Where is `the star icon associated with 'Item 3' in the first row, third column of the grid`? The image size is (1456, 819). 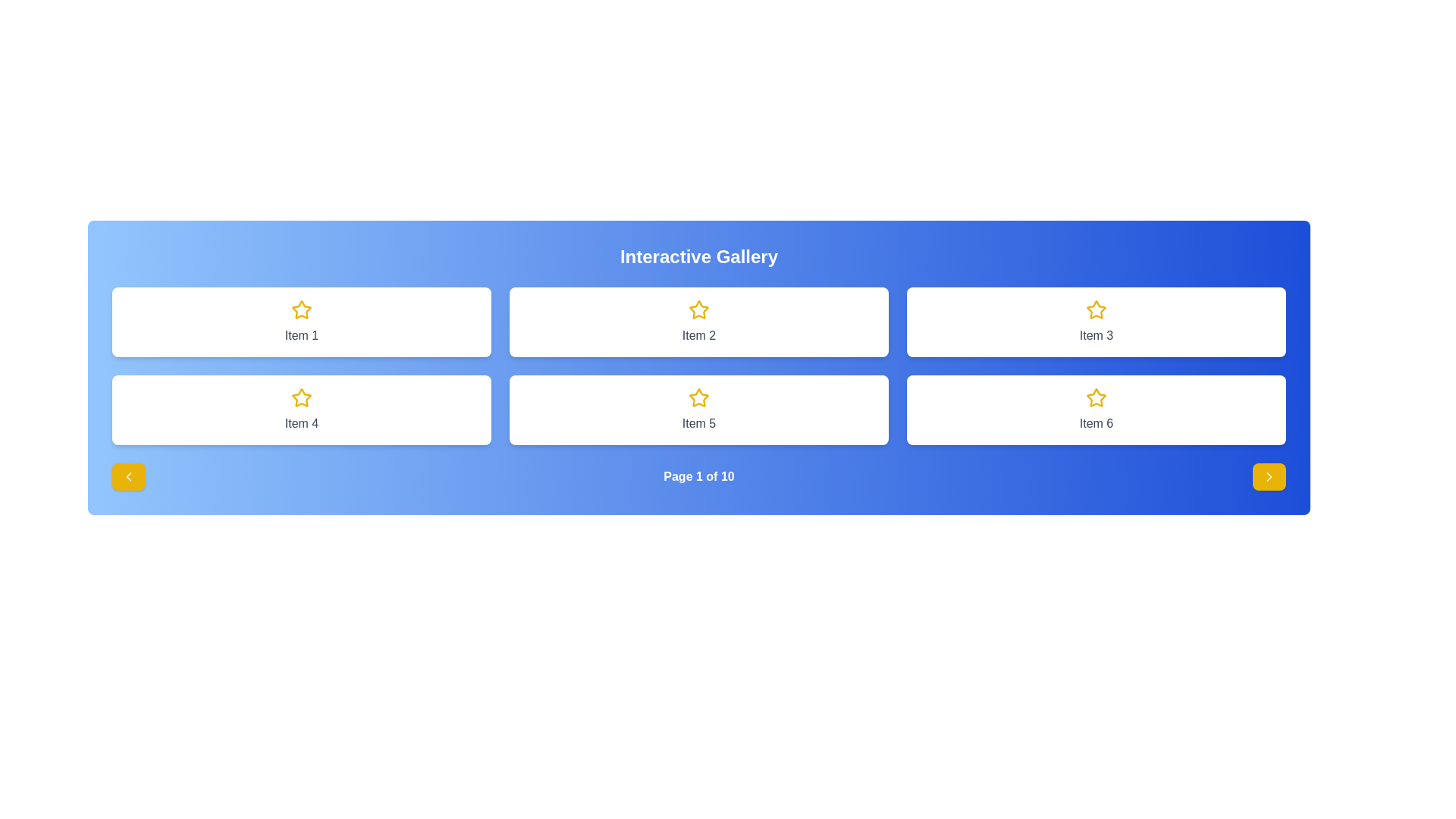
the star icon associated with 'Item 3' in the first row, third column of the grid is located at coordinates (1096, 309).